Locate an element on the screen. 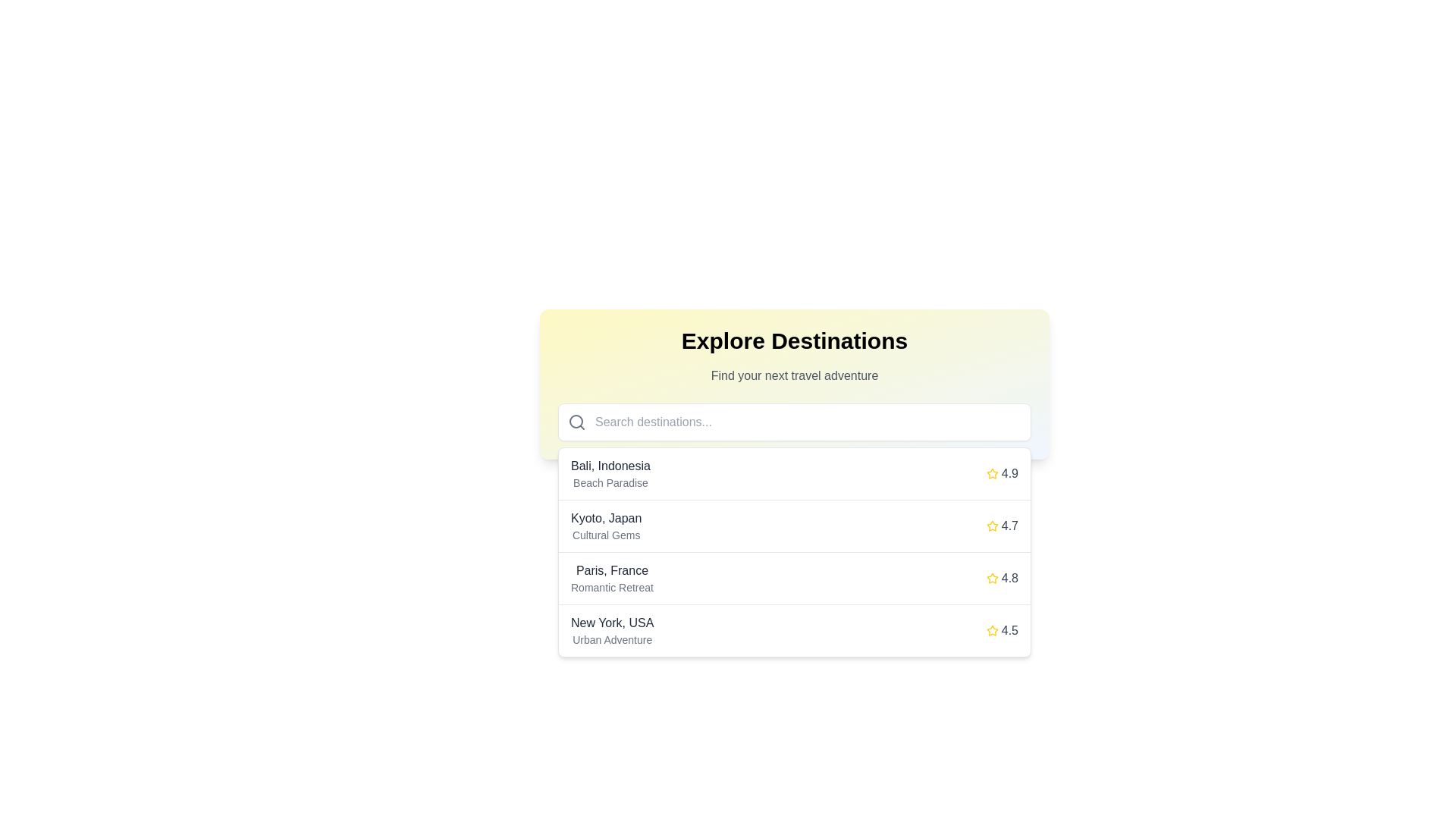  the text label that serves as the third item in a vertically stacked list of destinations, positioned between 'Kyoto, Japan / Cultural Gems' and 'New York, USA / Urban Adventure' is located at coordinates (612, 579).